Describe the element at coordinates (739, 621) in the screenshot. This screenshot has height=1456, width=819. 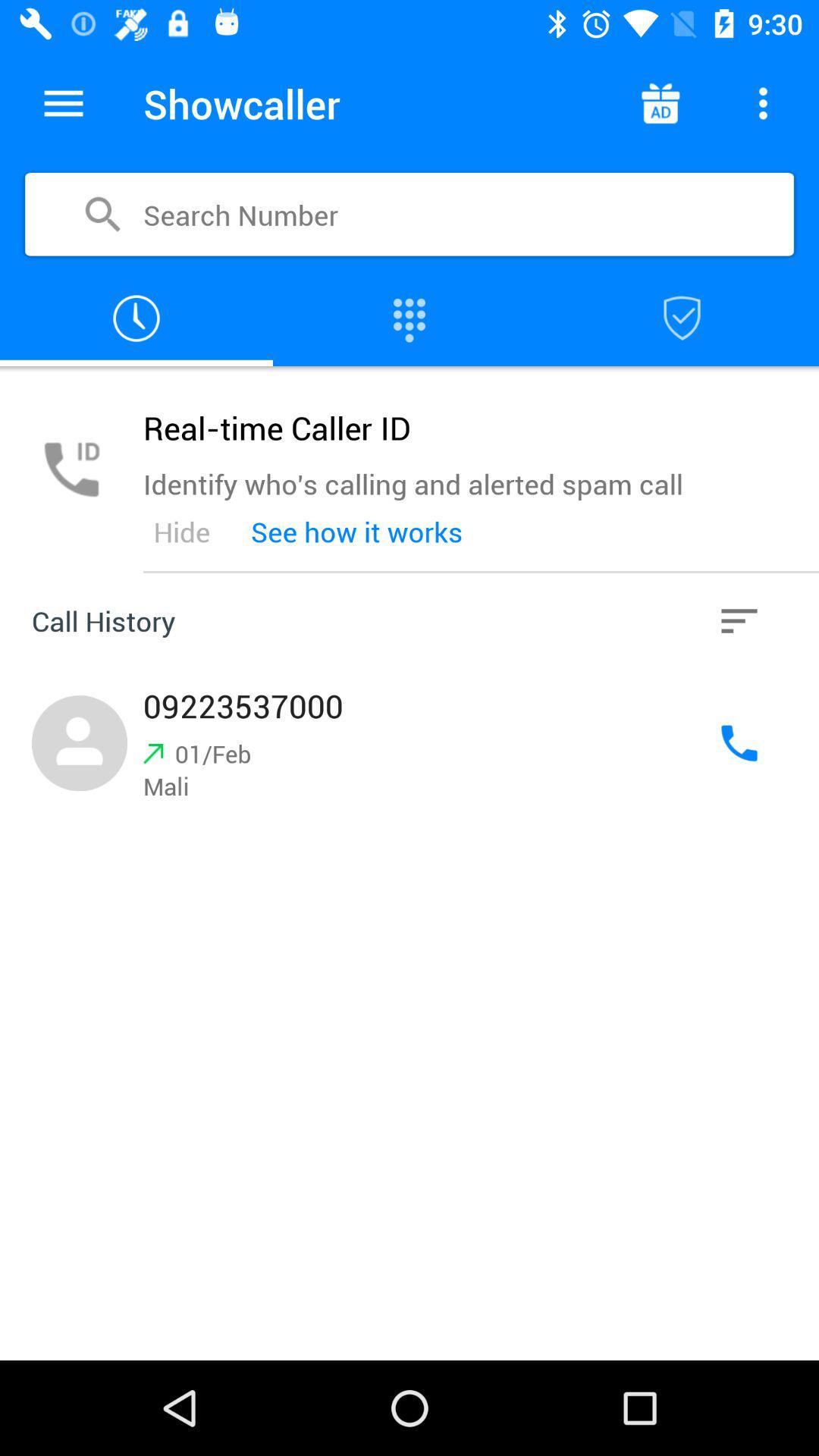
I see `the icon to the right of see how it icon` at that location.